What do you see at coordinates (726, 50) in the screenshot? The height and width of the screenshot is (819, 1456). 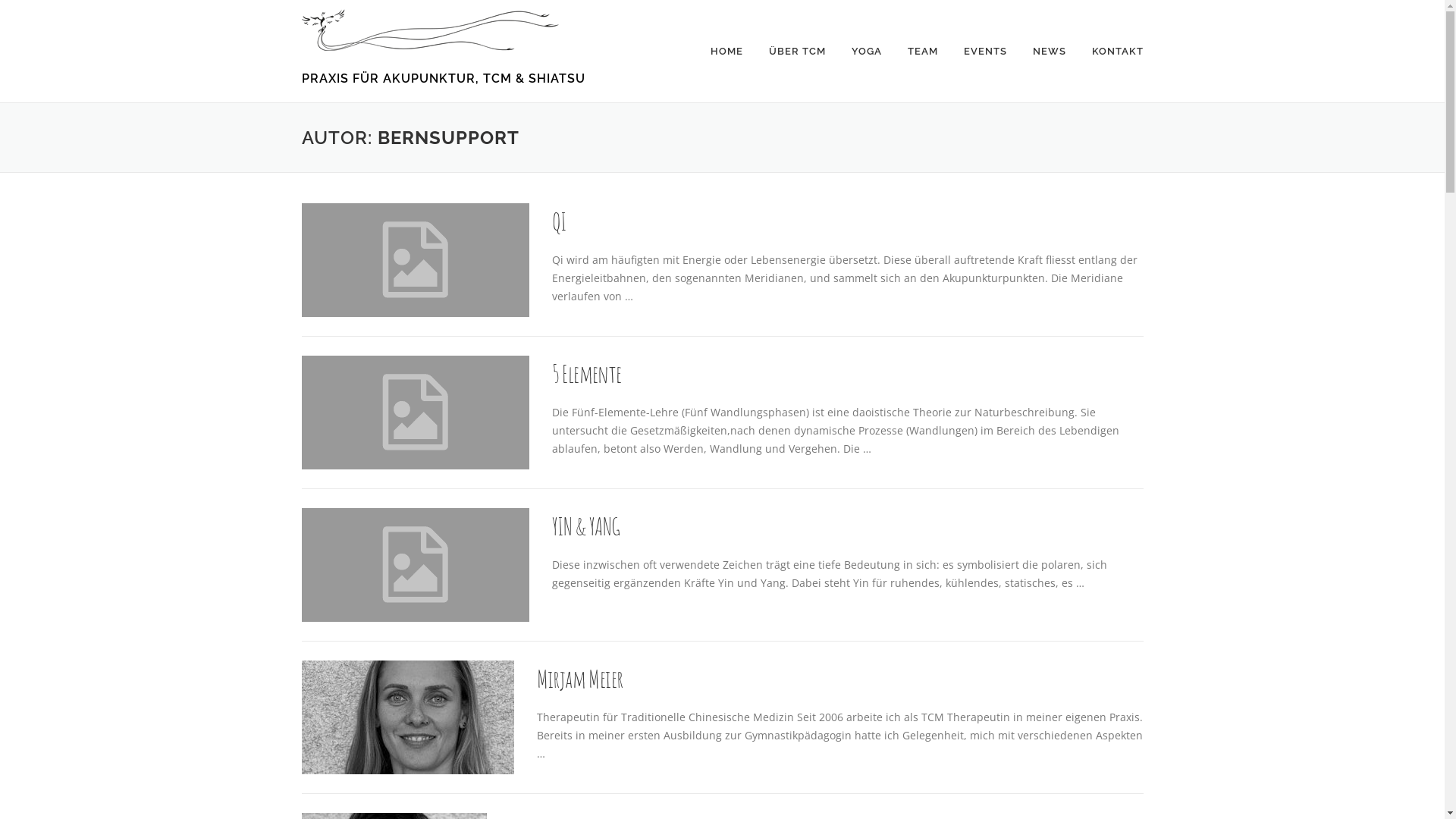 I see `'HOME'` at bounding box center [726, 50].